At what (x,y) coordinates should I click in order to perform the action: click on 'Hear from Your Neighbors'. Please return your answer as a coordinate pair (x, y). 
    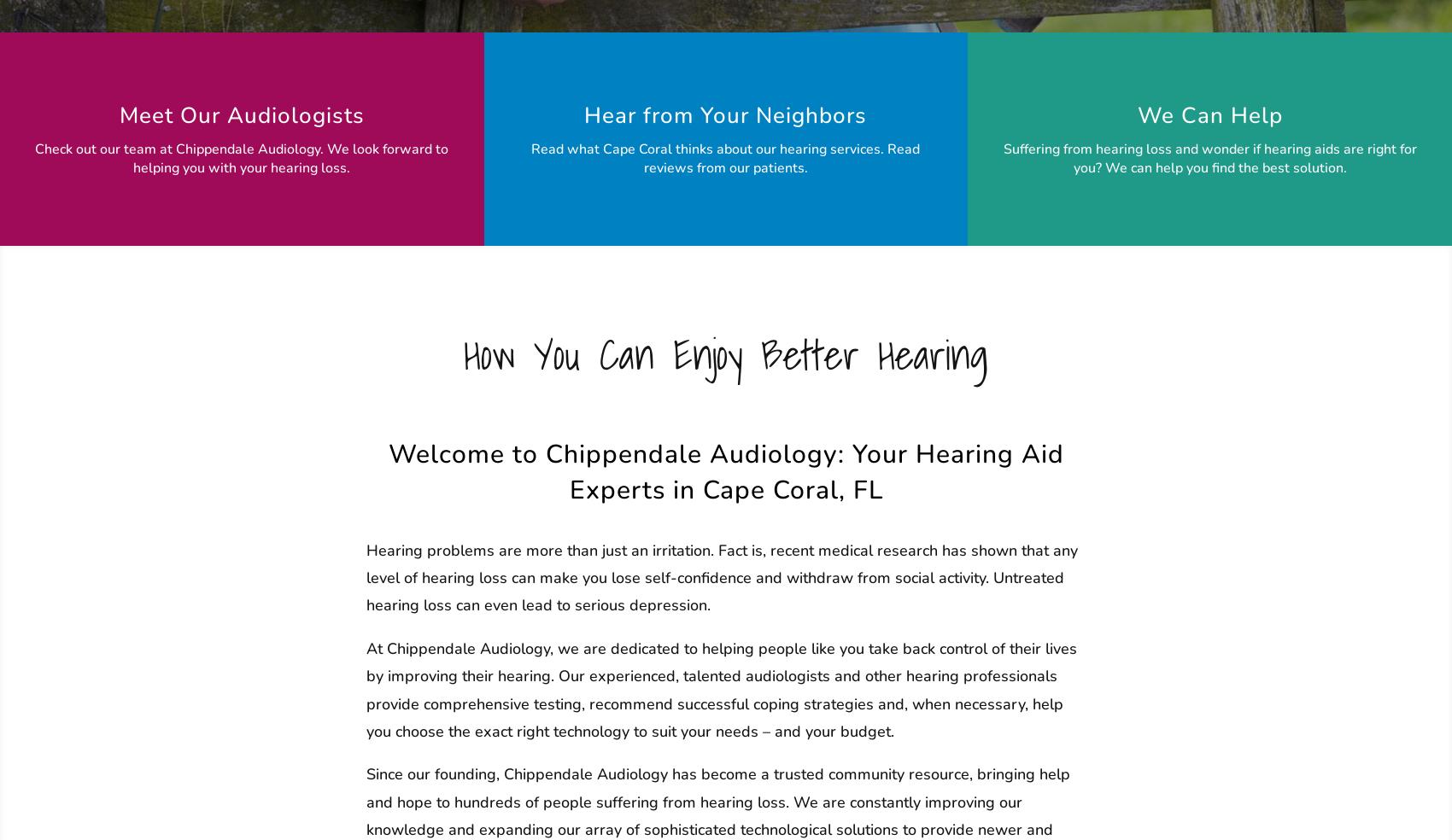
    Looking at the image, I should click on (584, 115).